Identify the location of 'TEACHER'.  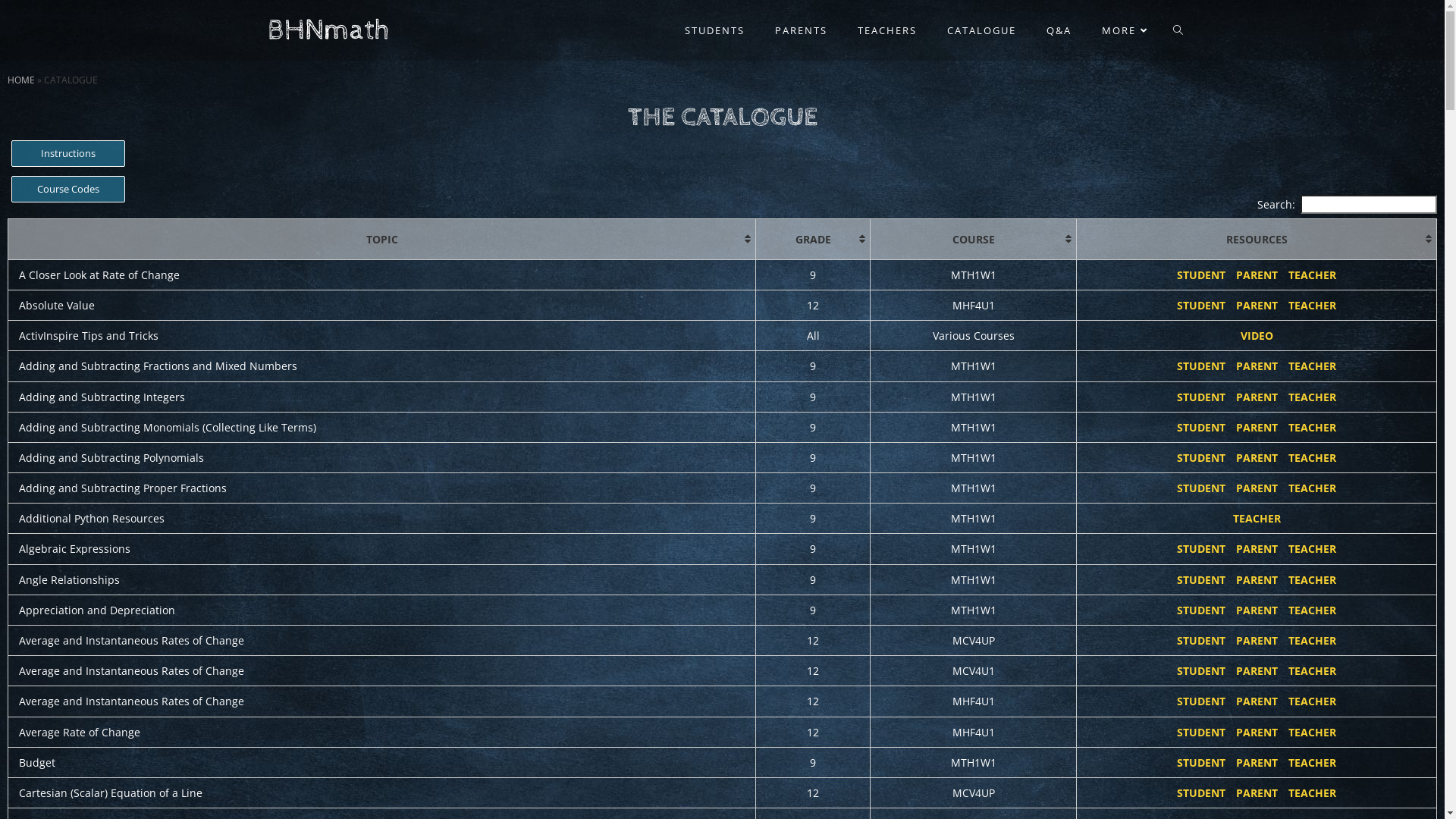
(1311, 275).